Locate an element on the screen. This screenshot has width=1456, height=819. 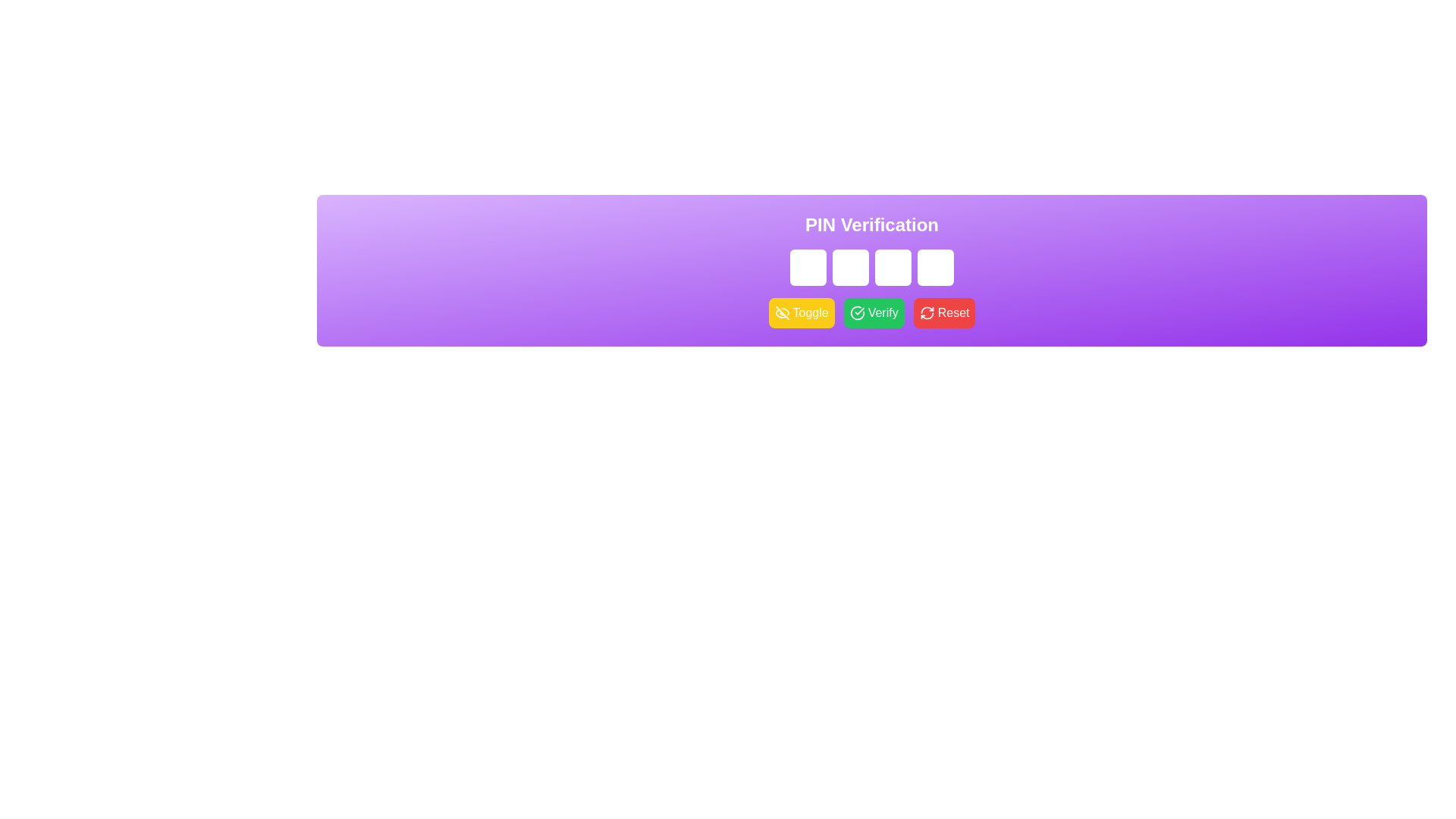
the 'Verify' button, which displays white text on a green button with rounded corners and a checkmark icon to the left is located at coordinates (883, 312).